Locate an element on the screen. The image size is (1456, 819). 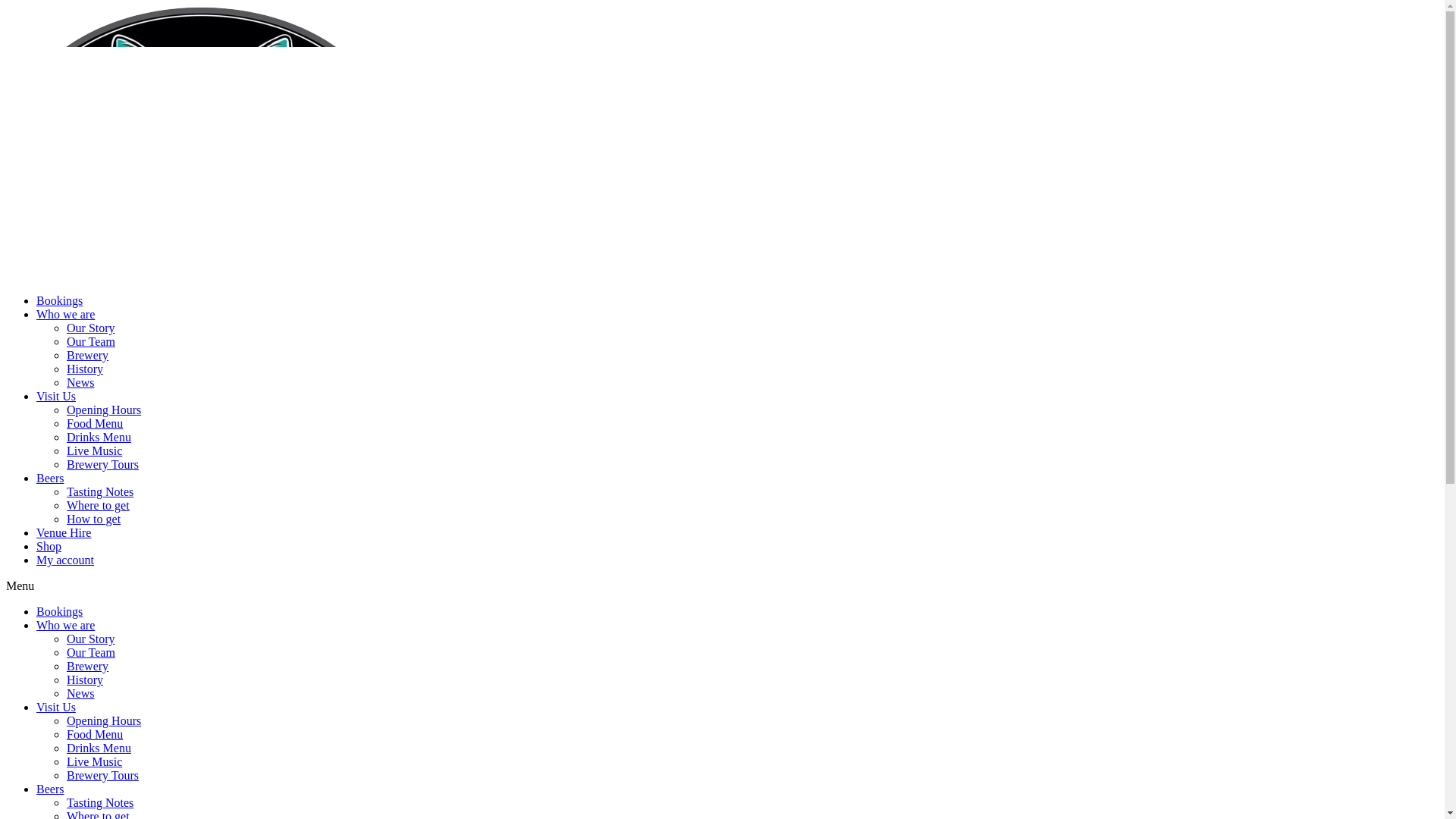
'Opening Hours' is located at coordinates (103, 720).